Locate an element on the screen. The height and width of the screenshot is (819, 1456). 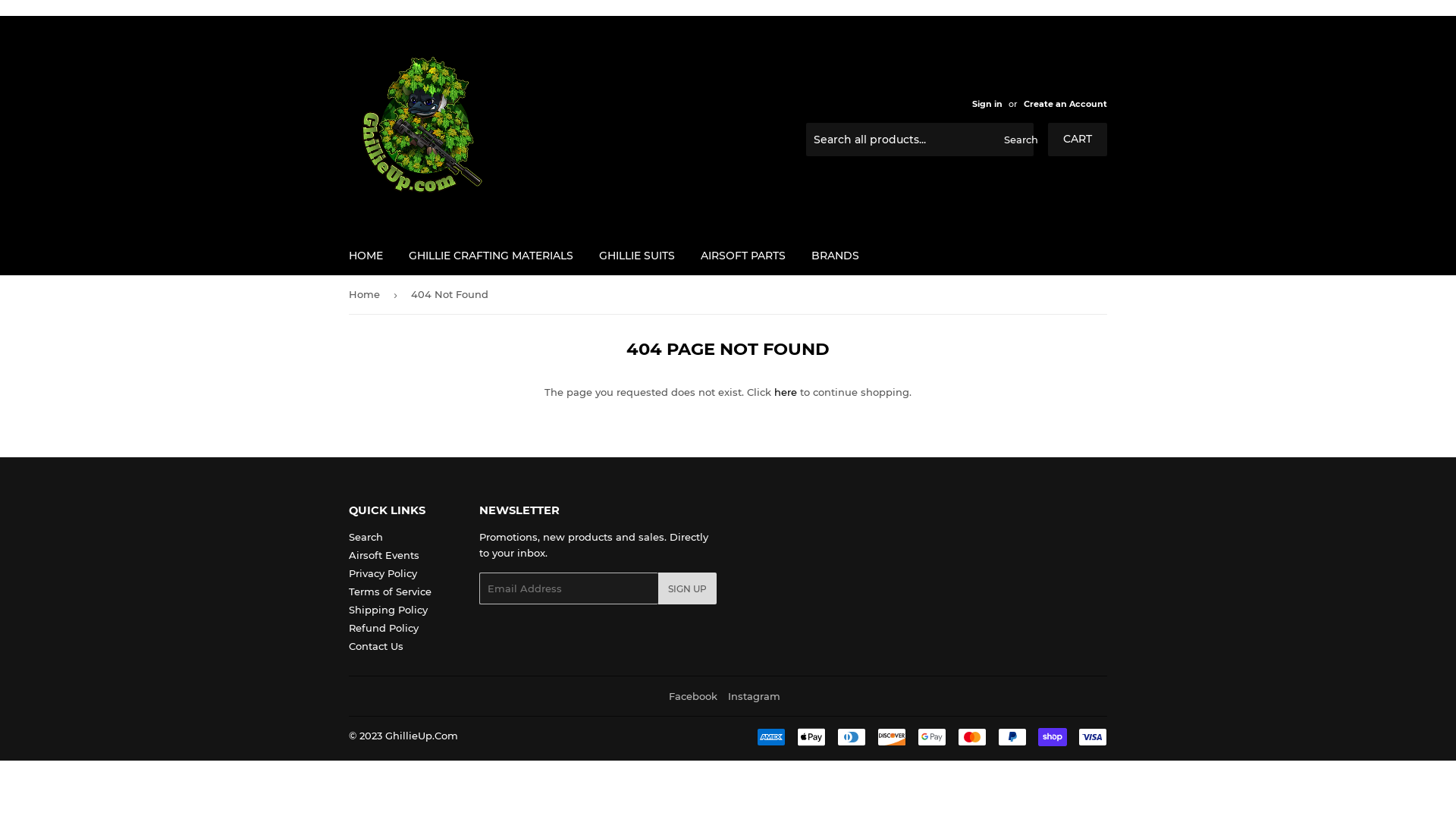
'Privacy Policy' is located at coordinates (382, 573).